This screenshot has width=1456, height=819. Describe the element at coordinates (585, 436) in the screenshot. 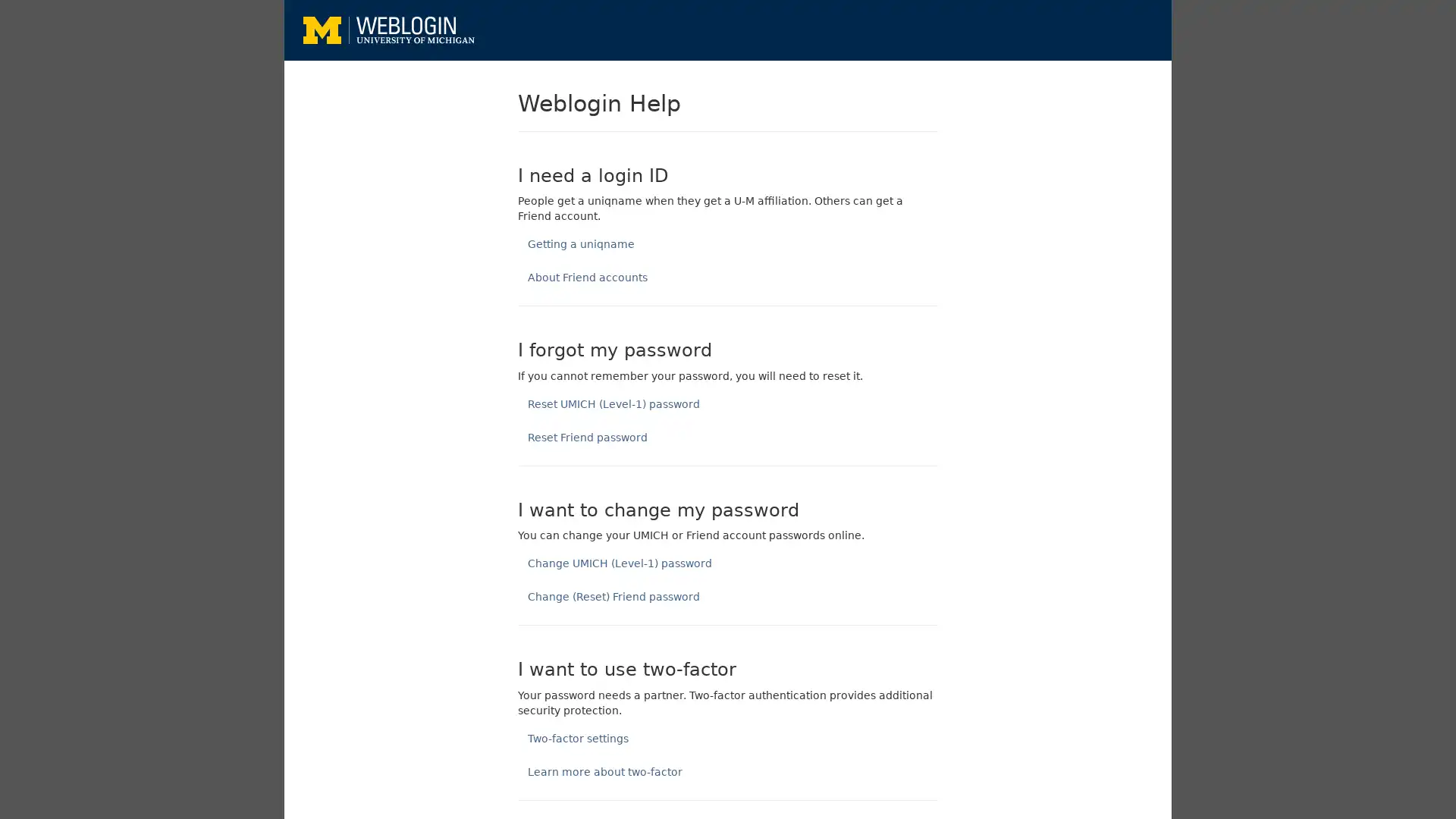

I see `Reset Friend password` at that location.